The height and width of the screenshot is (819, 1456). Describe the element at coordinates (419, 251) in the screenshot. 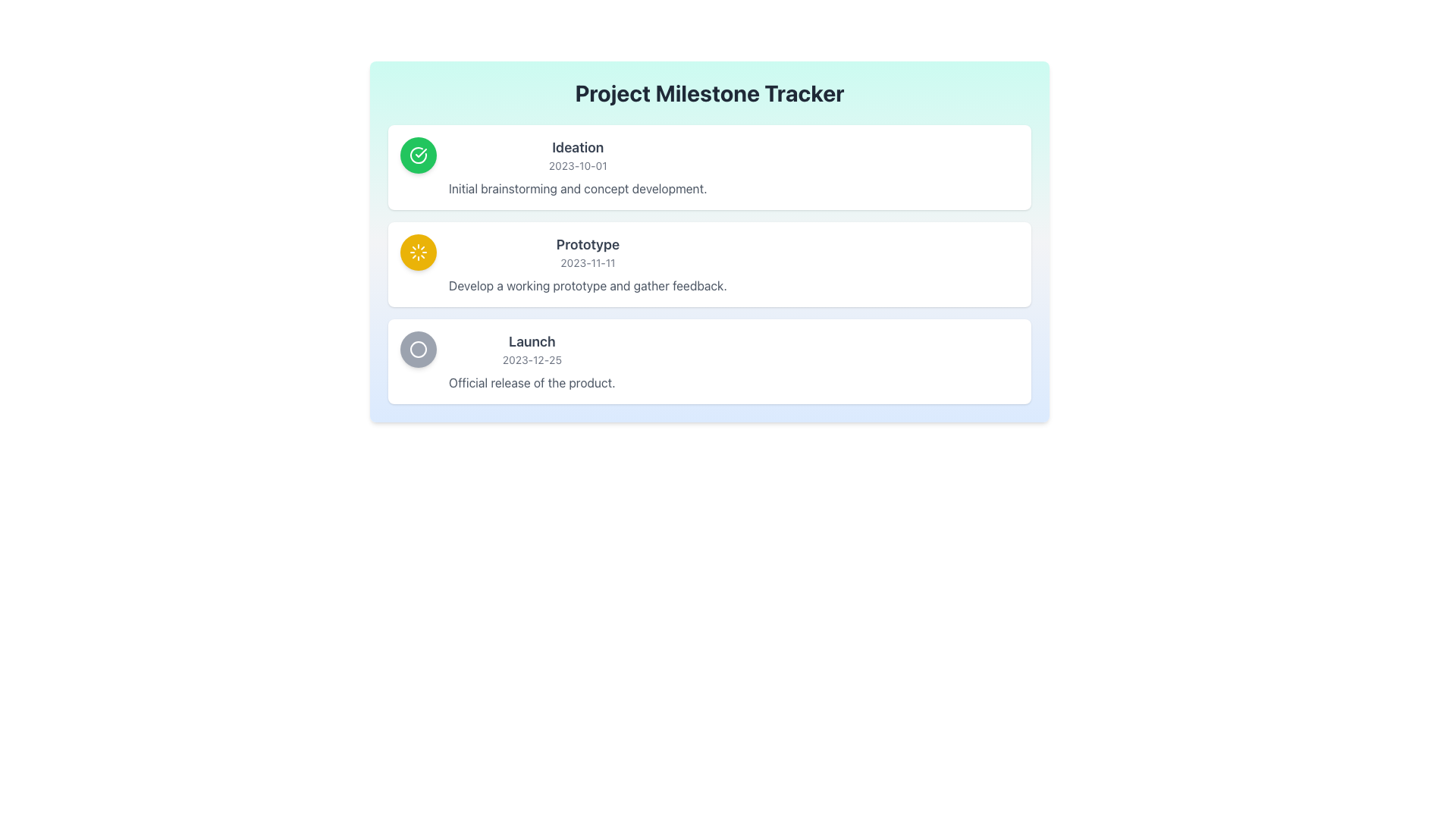

I see `the indicator icon associated with the 'Prototype' milestone to observe the information it represents` at that location.